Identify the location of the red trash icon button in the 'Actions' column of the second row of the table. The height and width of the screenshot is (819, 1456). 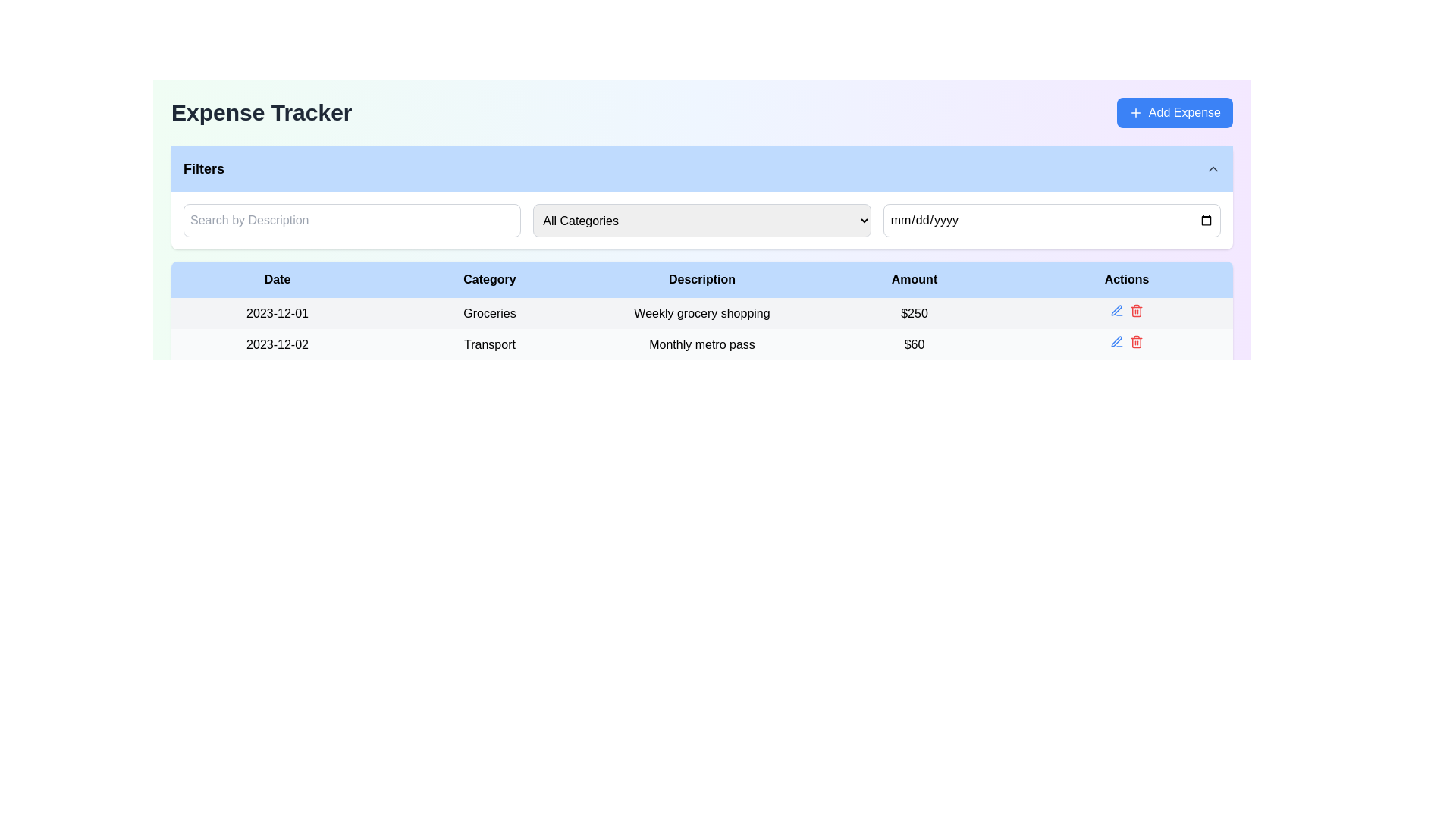
(1136, 309).